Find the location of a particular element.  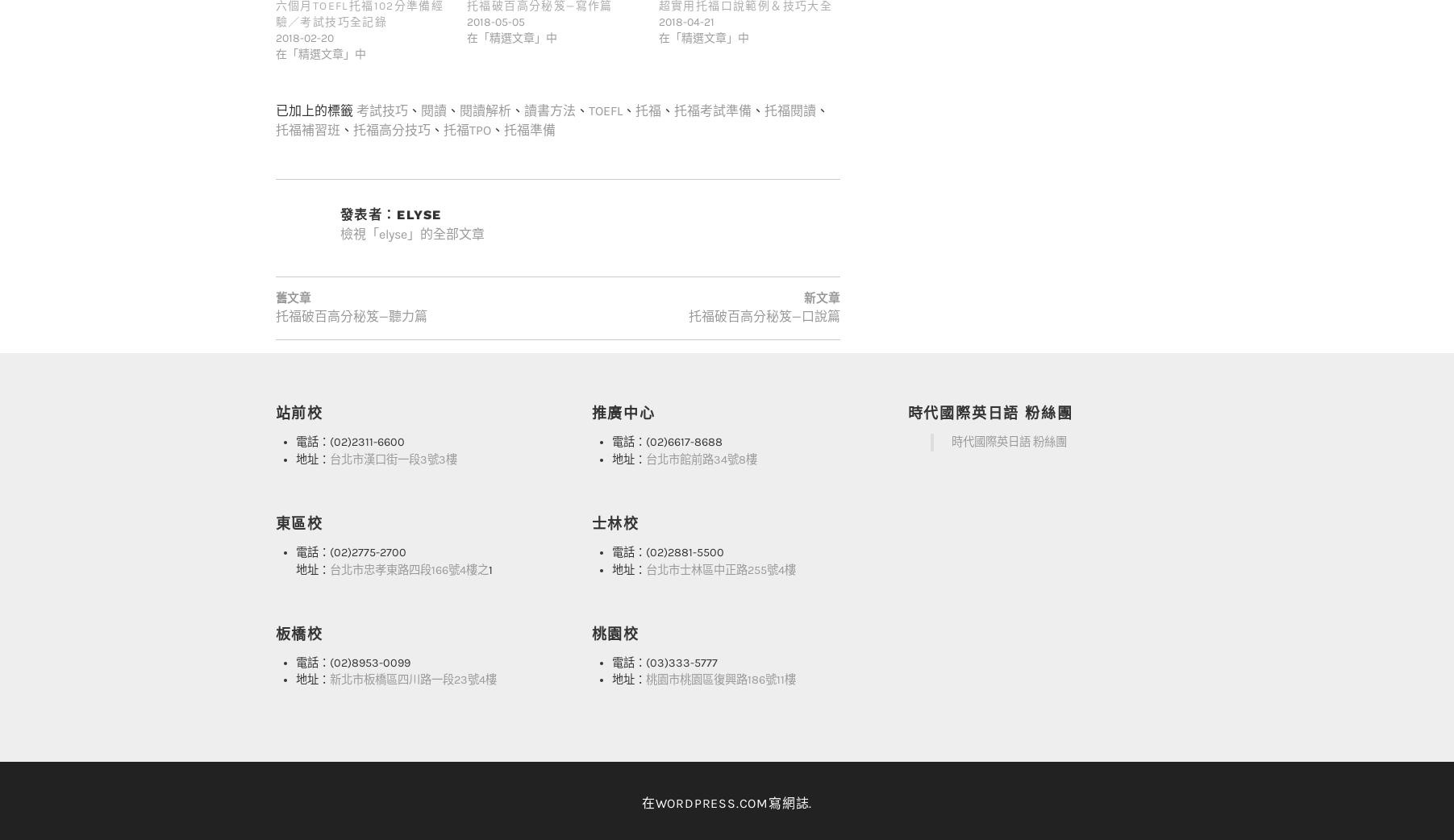

'電話：(02)2881-5500' is located at coordinates (666, 519).